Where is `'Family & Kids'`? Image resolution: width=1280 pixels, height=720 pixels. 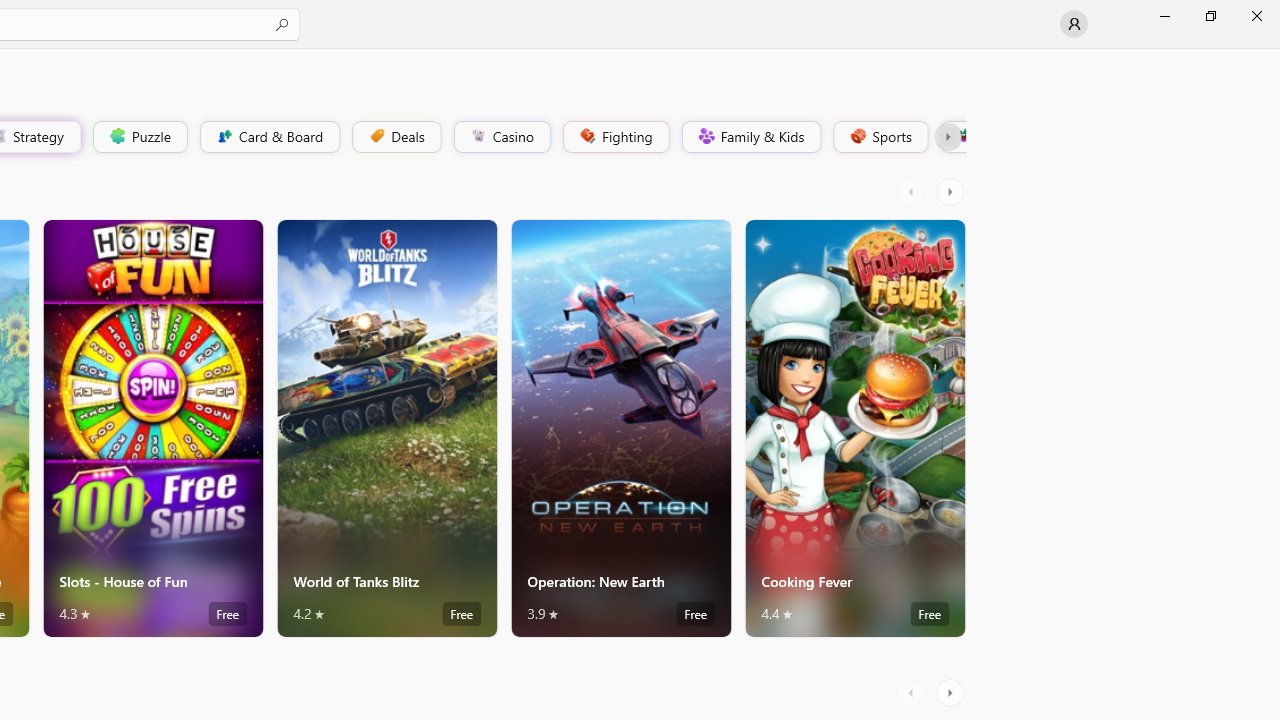 'Family & Kids' is located at coordinates (749, 135).